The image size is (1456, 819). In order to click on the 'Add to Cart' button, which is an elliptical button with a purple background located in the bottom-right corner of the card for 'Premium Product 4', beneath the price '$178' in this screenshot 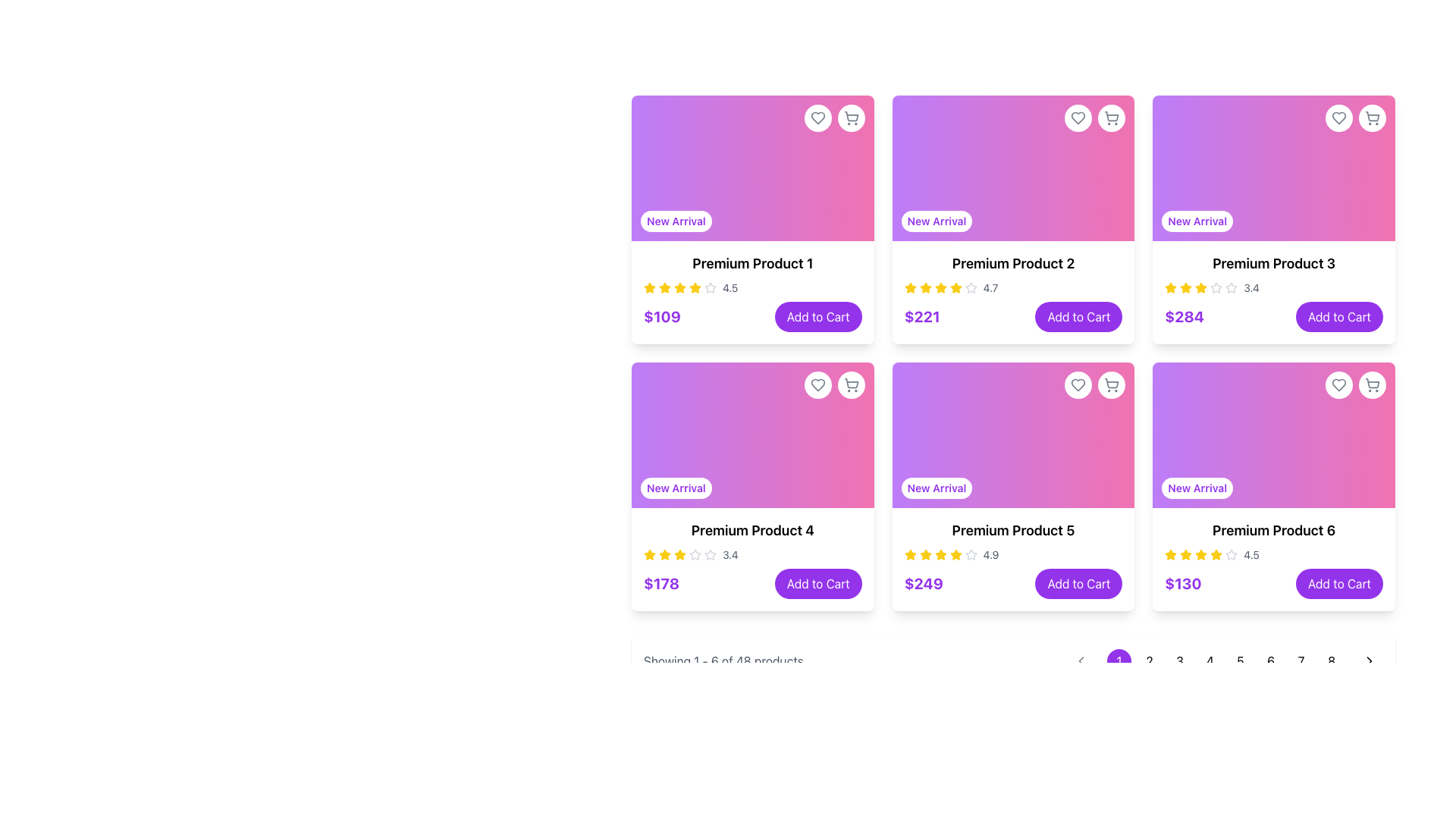, I will do `click(817, 583)`.